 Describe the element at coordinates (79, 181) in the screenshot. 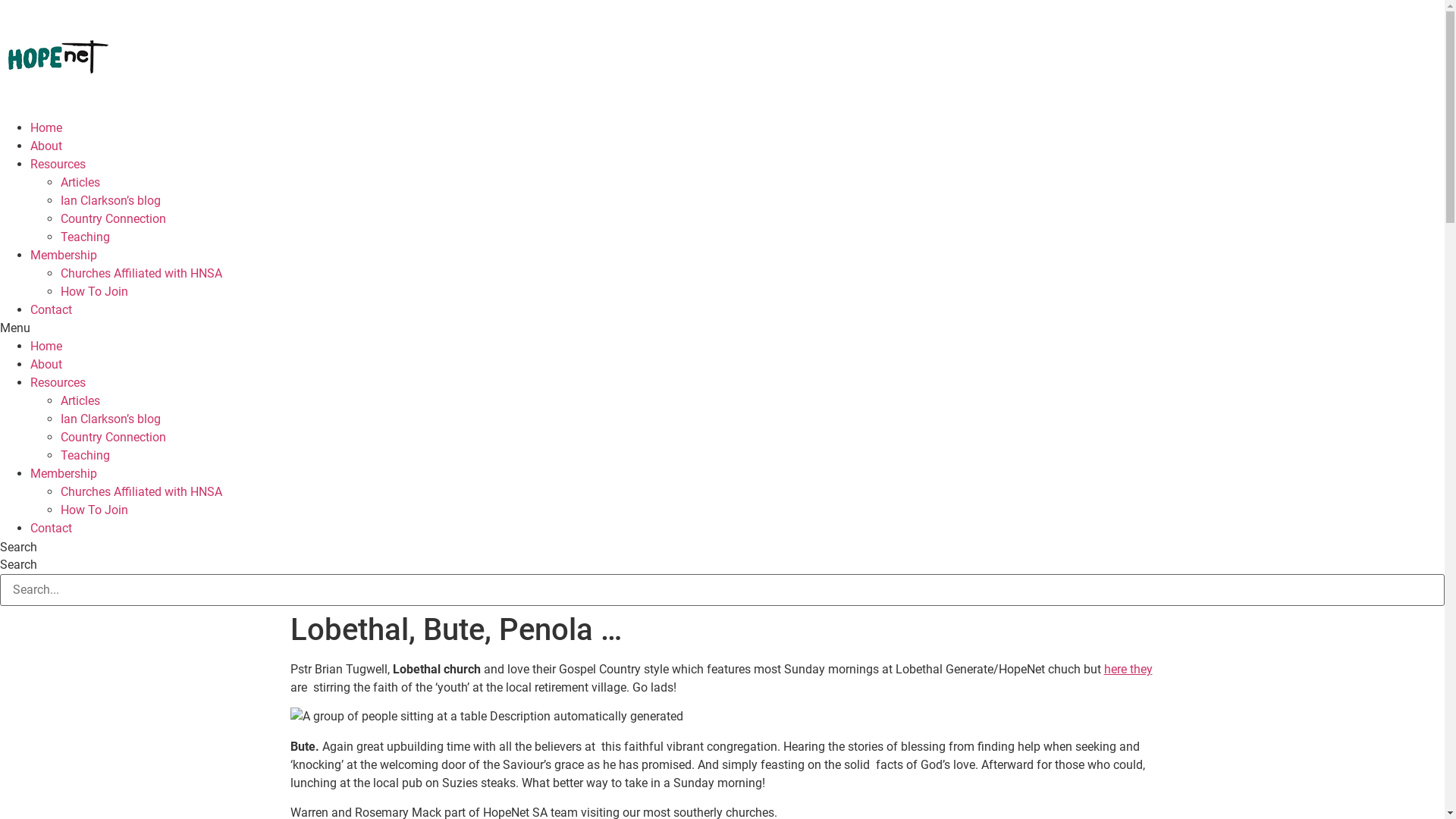

I see `'Articles'` at that location.